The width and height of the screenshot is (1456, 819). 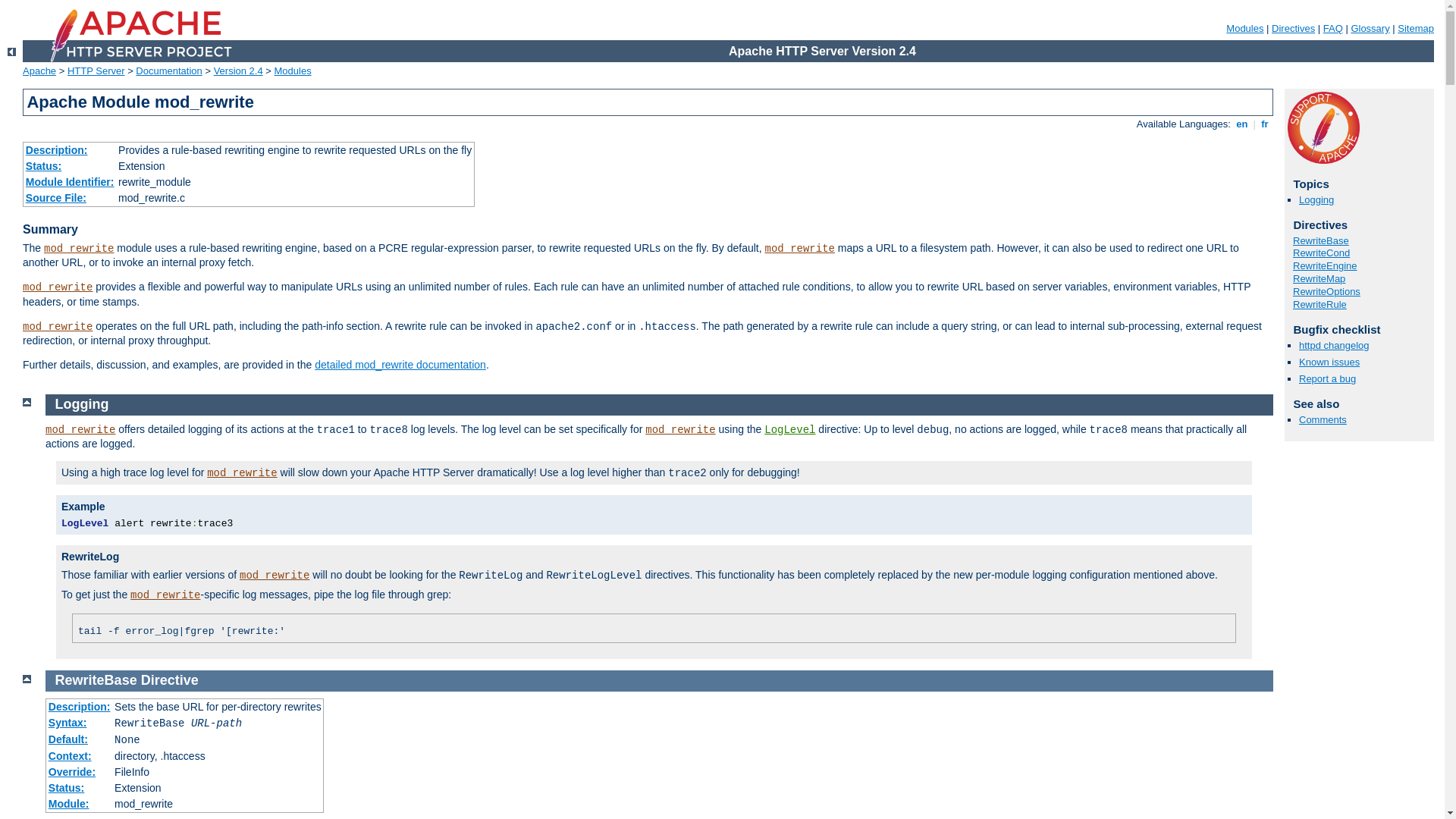 What do you see at coordinates (1370, 28) in the screenshot?
I see `'Glossary'` at bounding box center [1370, 28].